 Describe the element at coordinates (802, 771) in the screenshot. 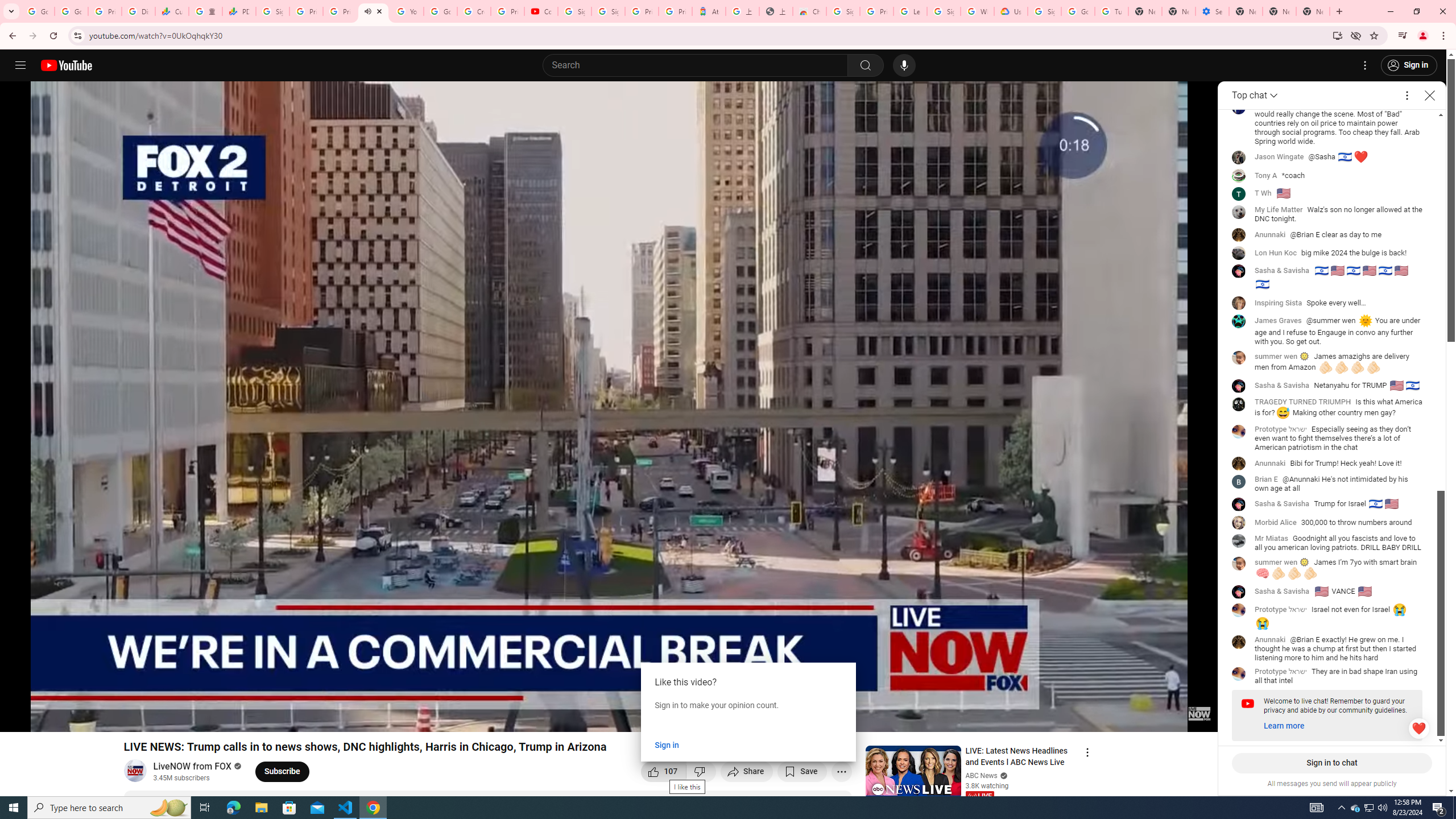

I see `'Save to playlist'` at that location.